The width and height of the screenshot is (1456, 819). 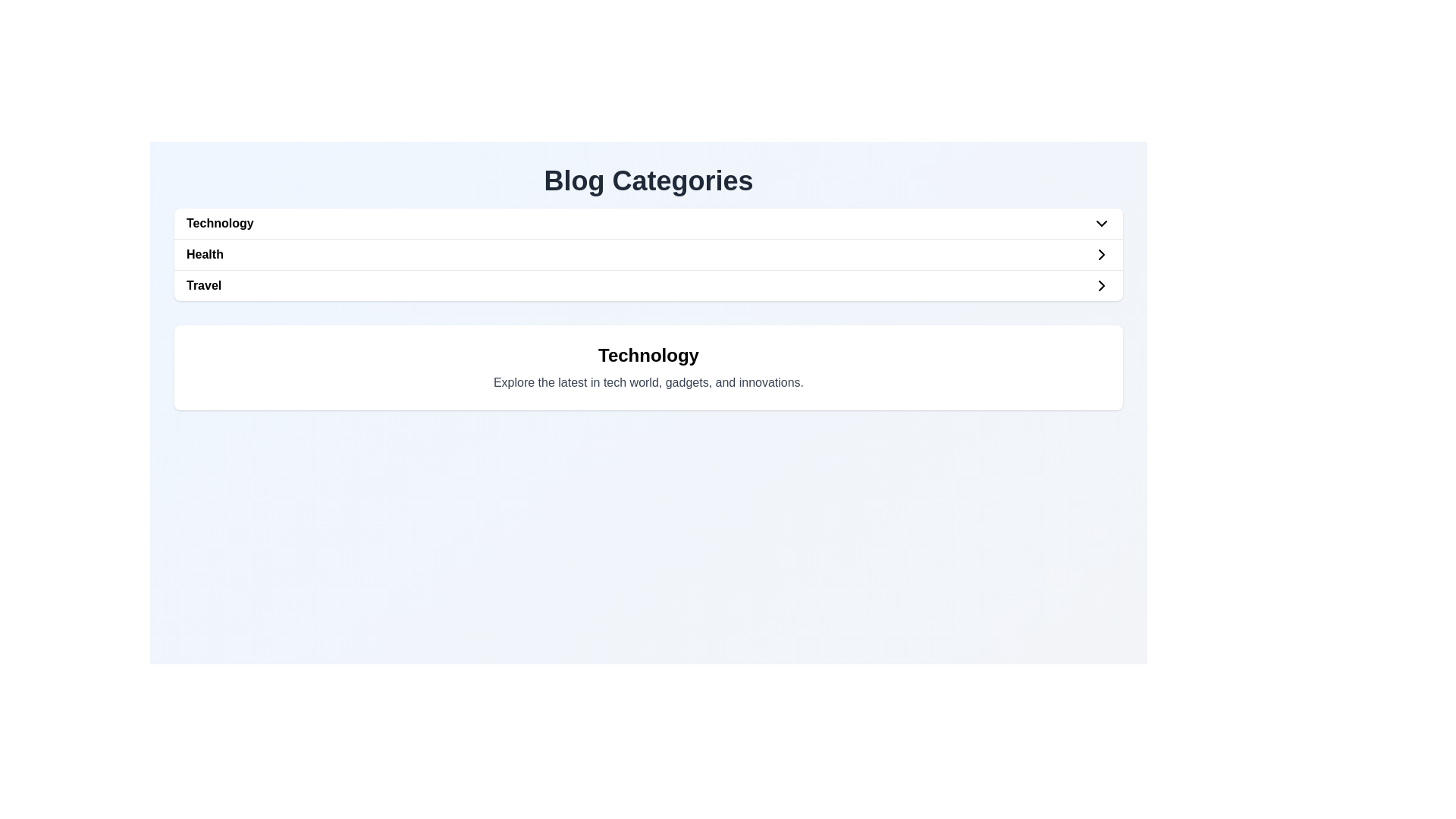 I want to click on the right-pointing chevron icon within the SVG element next to the 'Health' option, so click(x=1102, y=253).